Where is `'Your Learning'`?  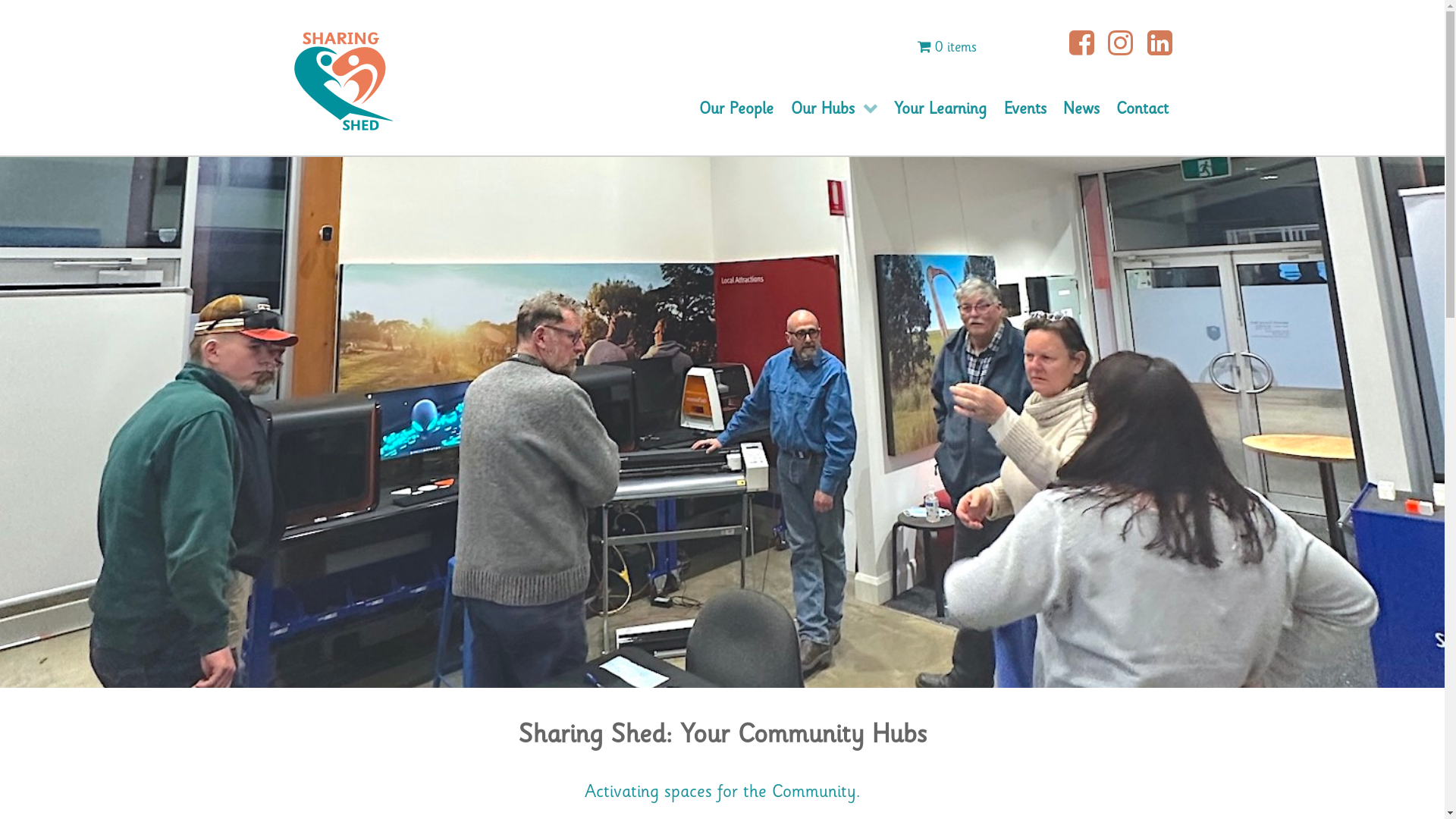 'Your Learning' is located at coordinates (939, 108).